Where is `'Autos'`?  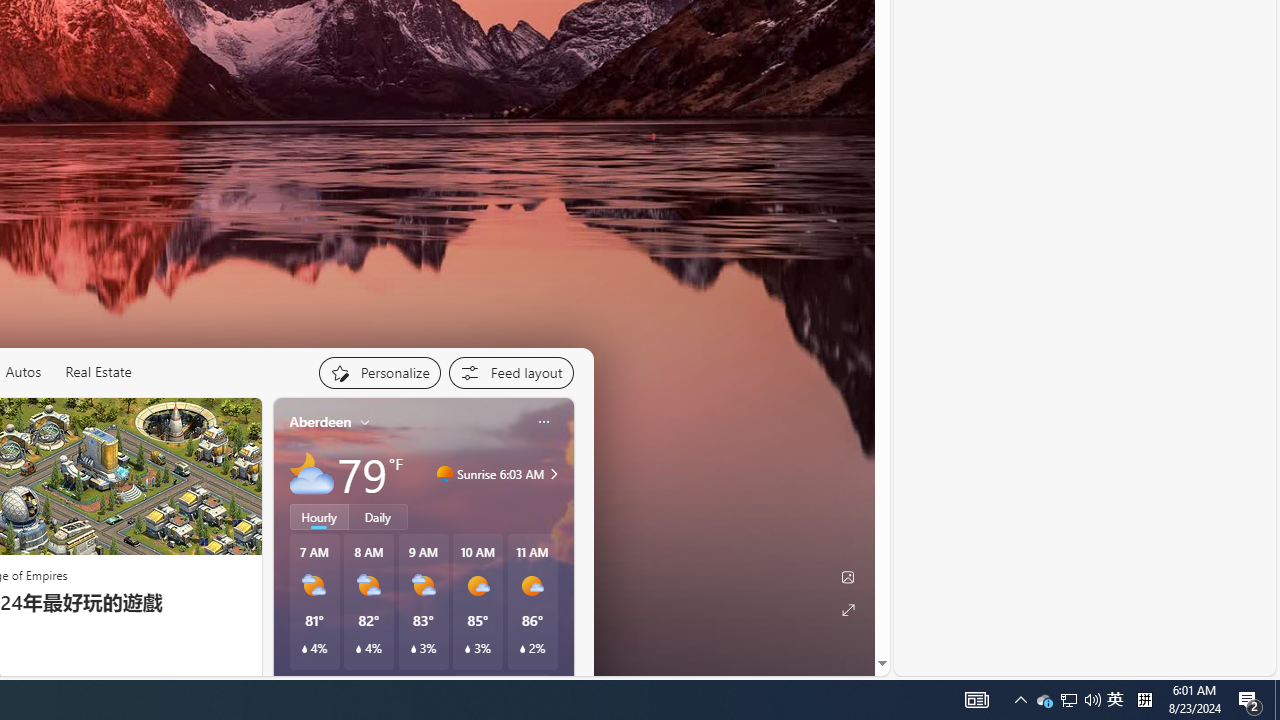
'Autos' is located at coordinates (23, 371).